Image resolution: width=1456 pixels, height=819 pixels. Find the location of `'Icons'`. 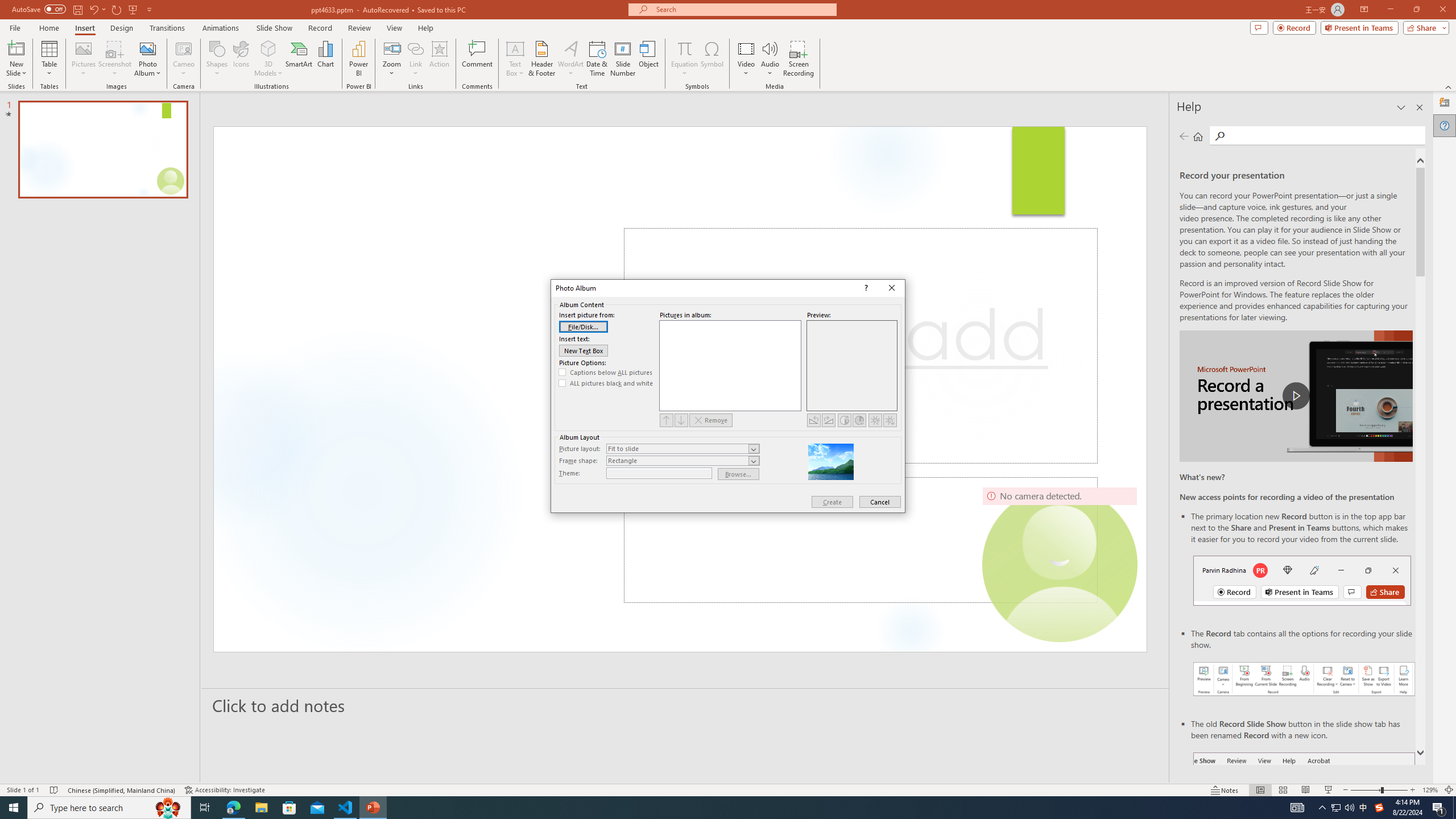

'Icons' is located at coordinates (241, 59).